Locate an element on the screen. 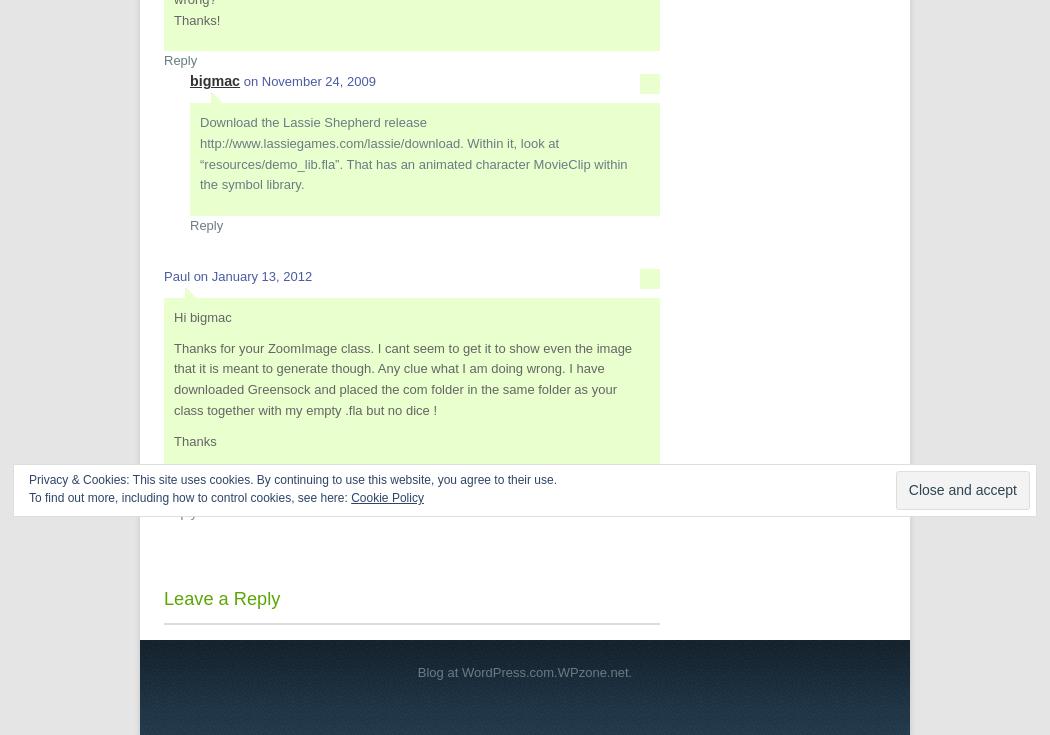 This screenshot has height=735, width=1050. 'Thanks!' is located at coordinates (195, 18).